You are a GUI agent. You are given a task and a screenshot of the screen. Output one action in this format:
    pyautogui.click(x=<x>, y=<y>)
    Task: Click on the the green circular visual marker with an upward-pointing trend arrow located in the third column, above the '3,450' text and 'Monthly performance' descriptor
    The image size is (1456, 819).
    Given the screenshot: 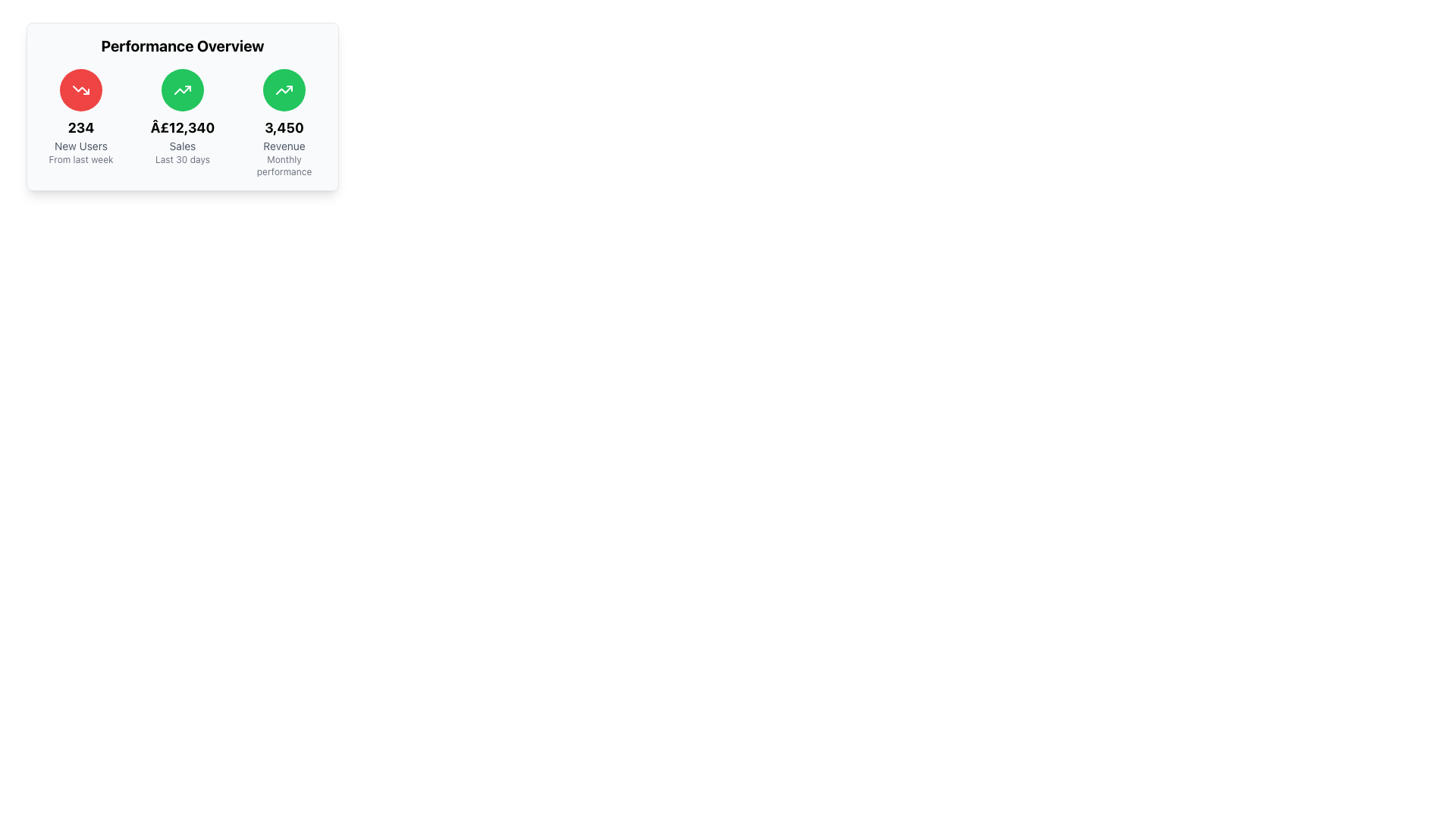 What is the action you would take?
    pyautogui.click(x=284, y=90)
    